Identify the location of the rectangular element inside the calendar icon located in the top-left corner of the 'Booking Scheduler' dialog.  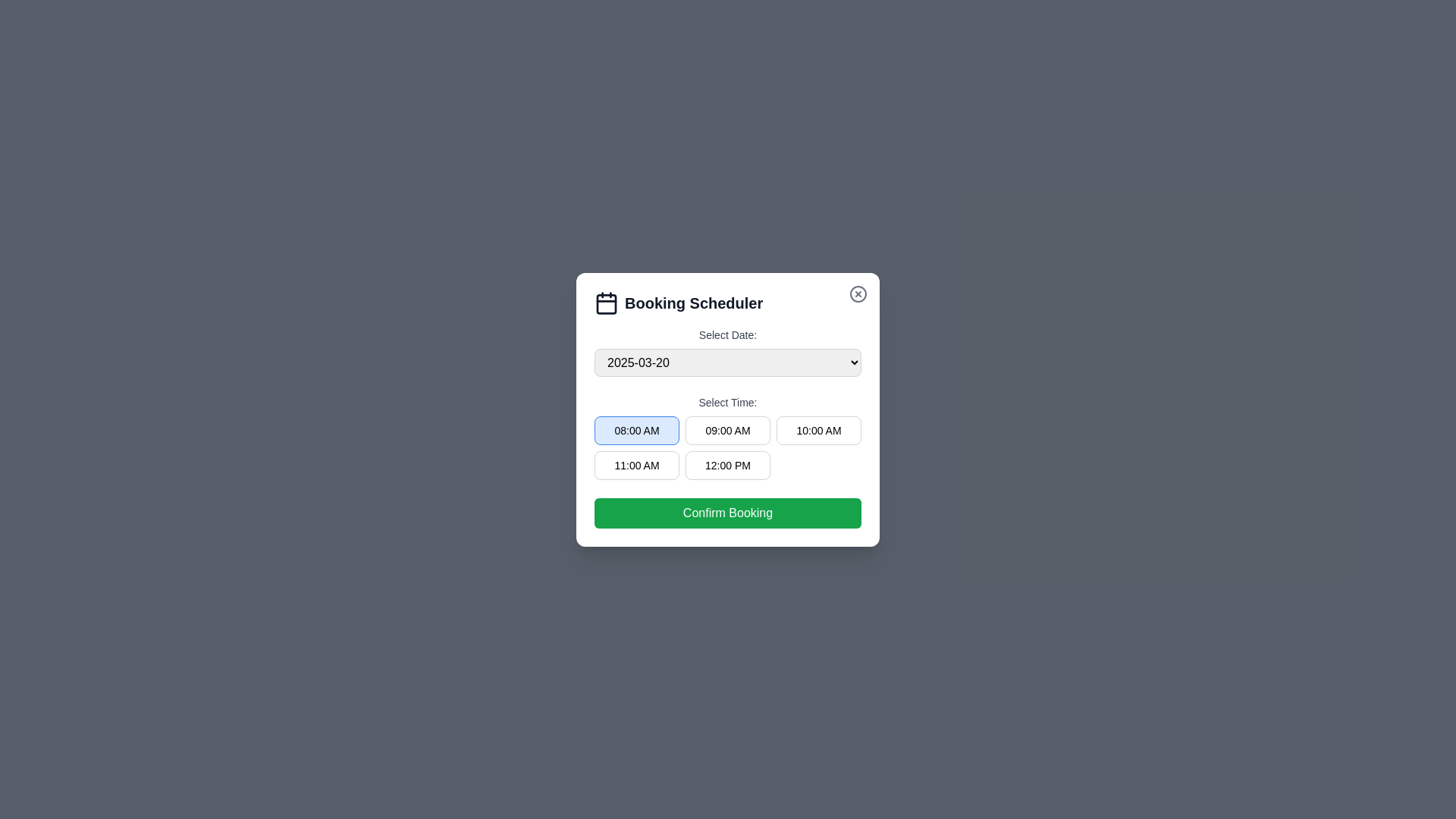
(607, 303).